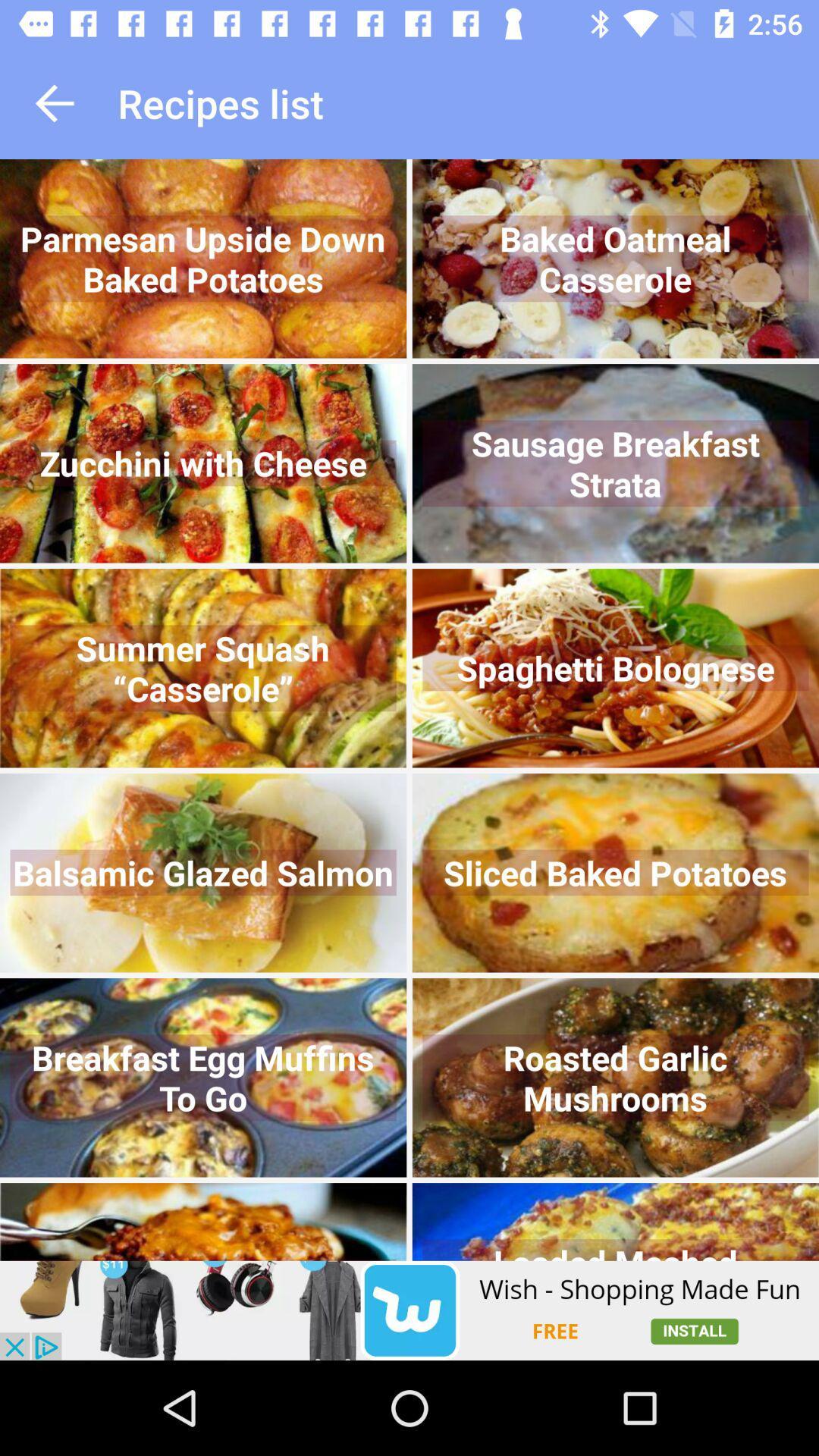 This screenshot has height=1456, width=819. What do you see at coordinates (54, 102) in the screenshot?
I see `it is go to previous page` at bounding box center [54, 102].